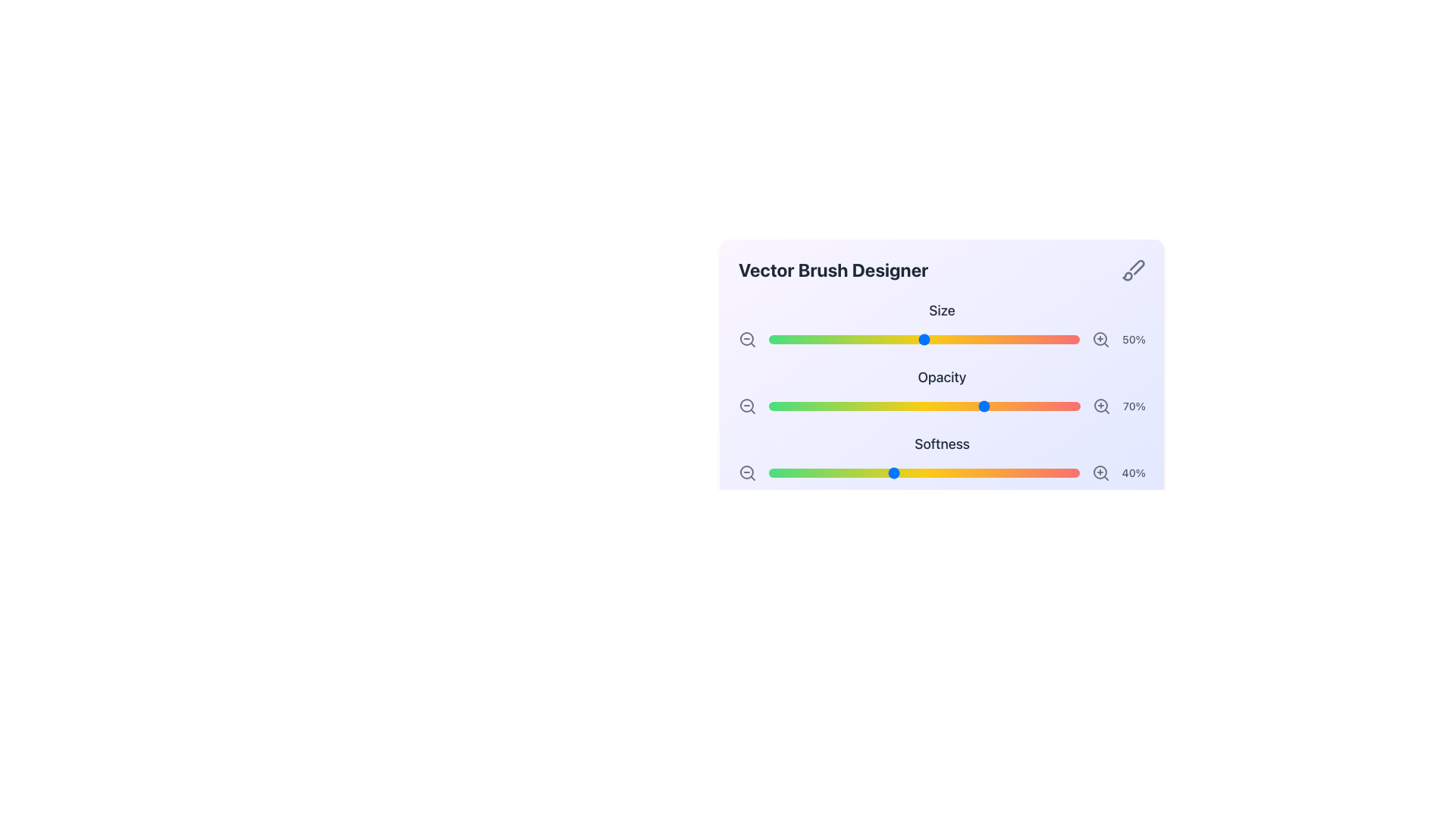 The image size is (1456, 819). Describe the element at coordinates (1031, 406) in the screenshot. I see `opacity` at that location.